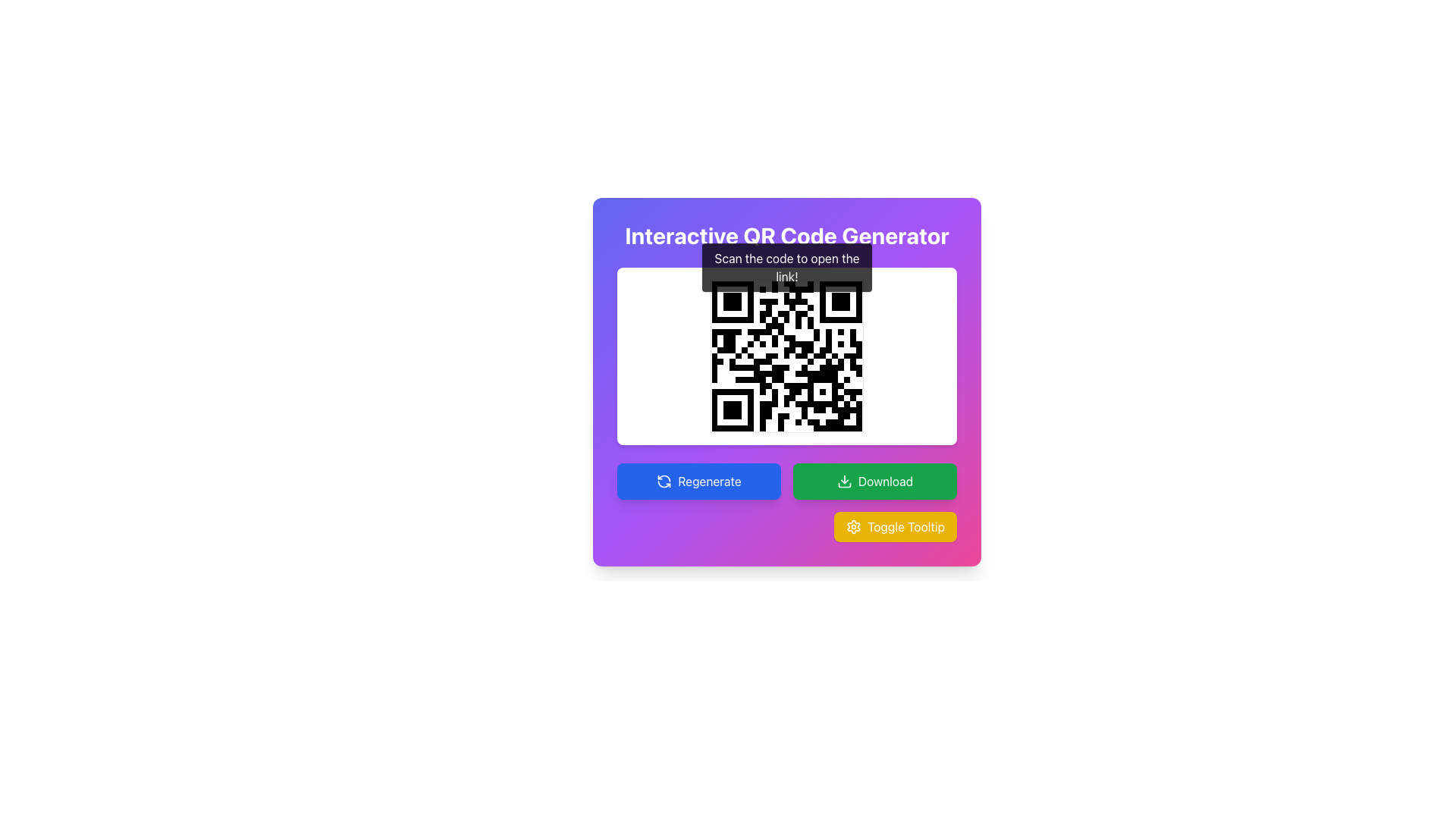 The height and width of the screenshot is (819, 1456). Describe the element at coordinates (843, 485) in the screenshot. I see `the download icon located to the right of the 'Regenerate' button and to the left of the yellow 'Toggle Tooltip' button, which is vertically centered within the green 'Download' button` at that location.